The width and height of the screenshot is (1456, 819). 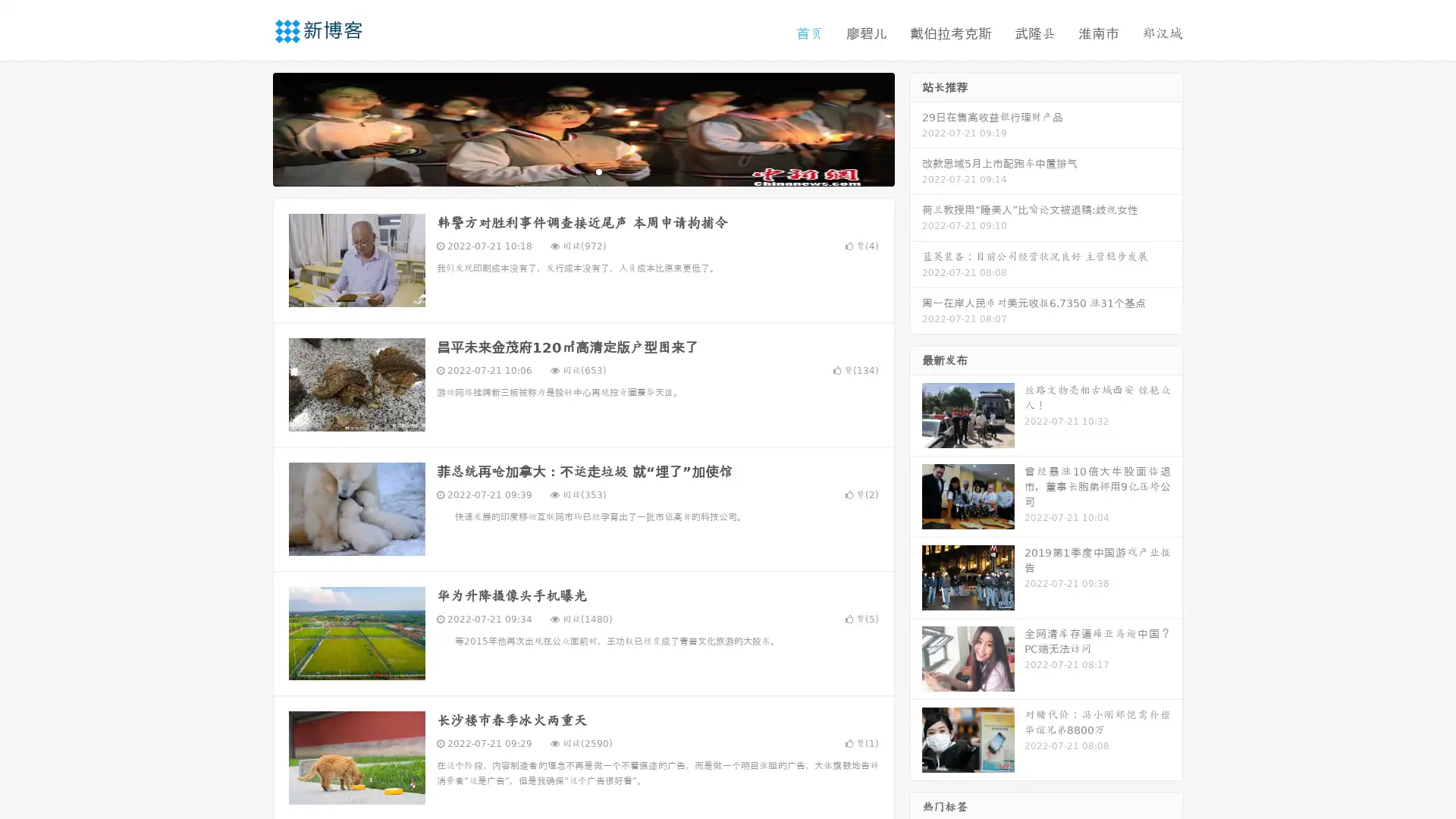 What do you see at coordinates (916, 127) in the screenshot?
I see `Next slide` at bounding box center [916, 127].